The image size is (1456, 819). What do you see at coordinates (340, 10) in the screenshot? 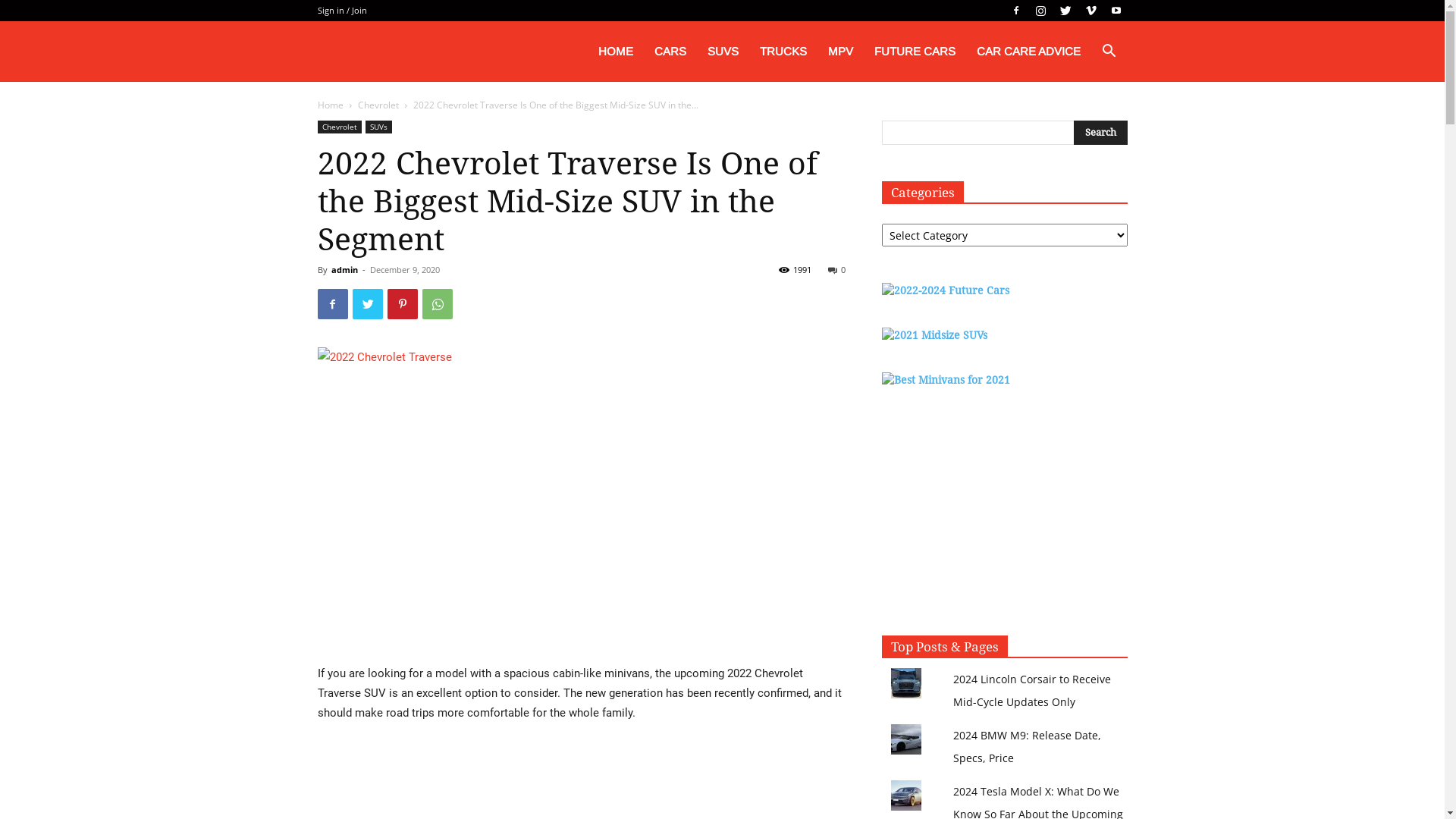
I see `'Sign in / Join'` at bounding box center [340, 10].